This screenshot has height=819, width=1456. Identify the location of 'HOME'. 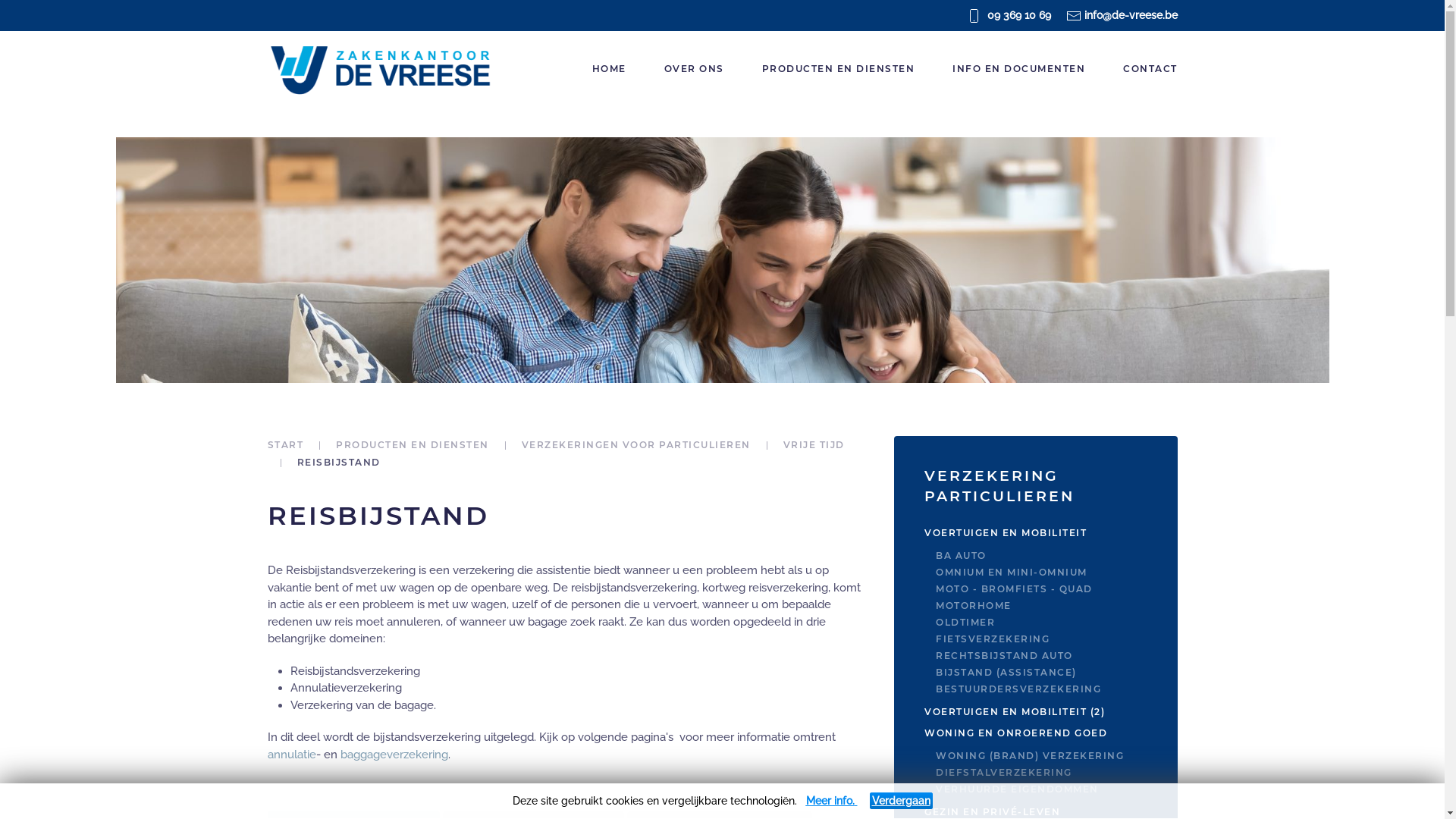
(609, 69).